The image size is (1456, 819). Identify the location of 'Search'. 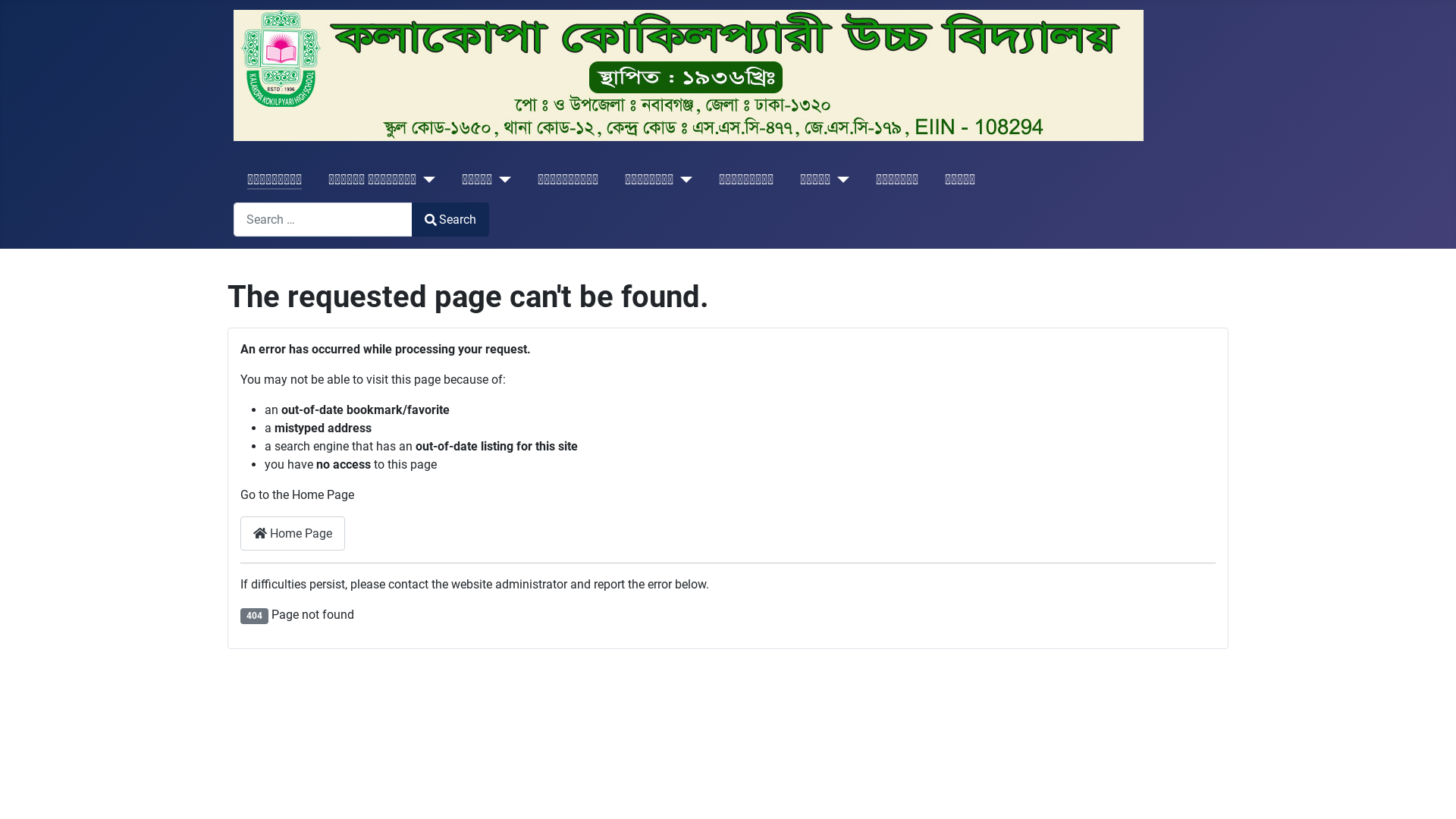
(450, 219).